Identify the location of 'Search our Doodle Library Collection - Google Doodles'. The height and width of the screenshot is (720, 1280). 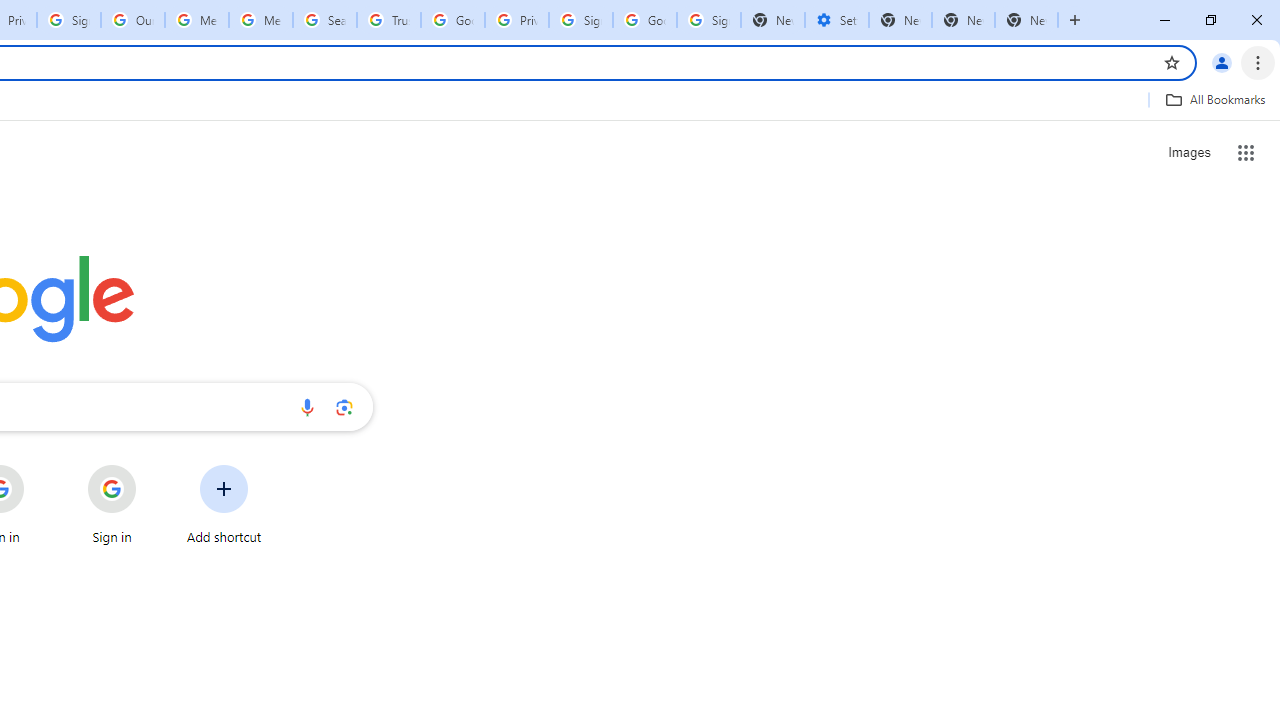
(325, 20).